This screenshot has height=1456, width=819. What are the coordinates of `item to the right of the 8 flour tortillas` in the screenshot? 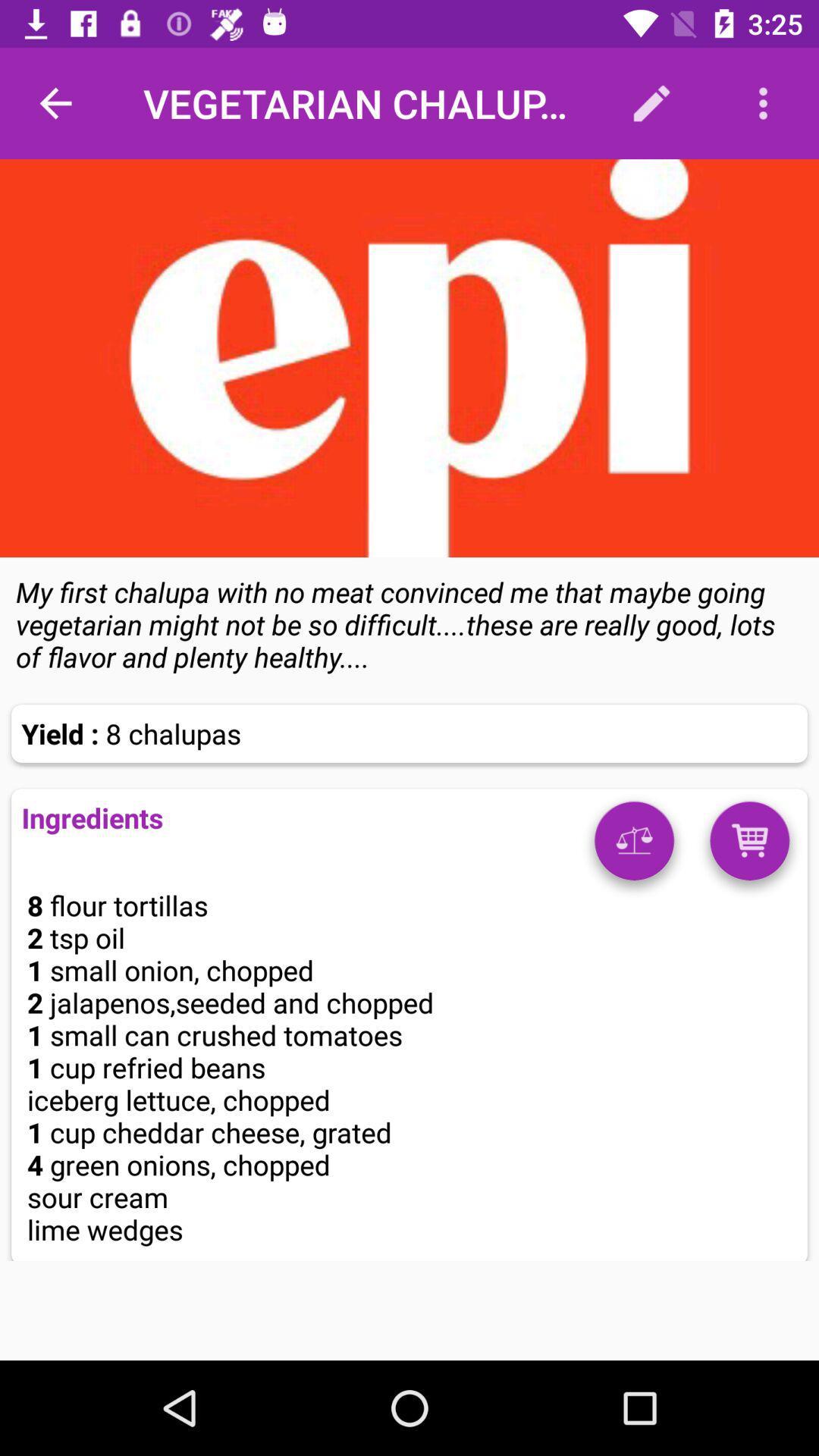 It's located at (634, 846).